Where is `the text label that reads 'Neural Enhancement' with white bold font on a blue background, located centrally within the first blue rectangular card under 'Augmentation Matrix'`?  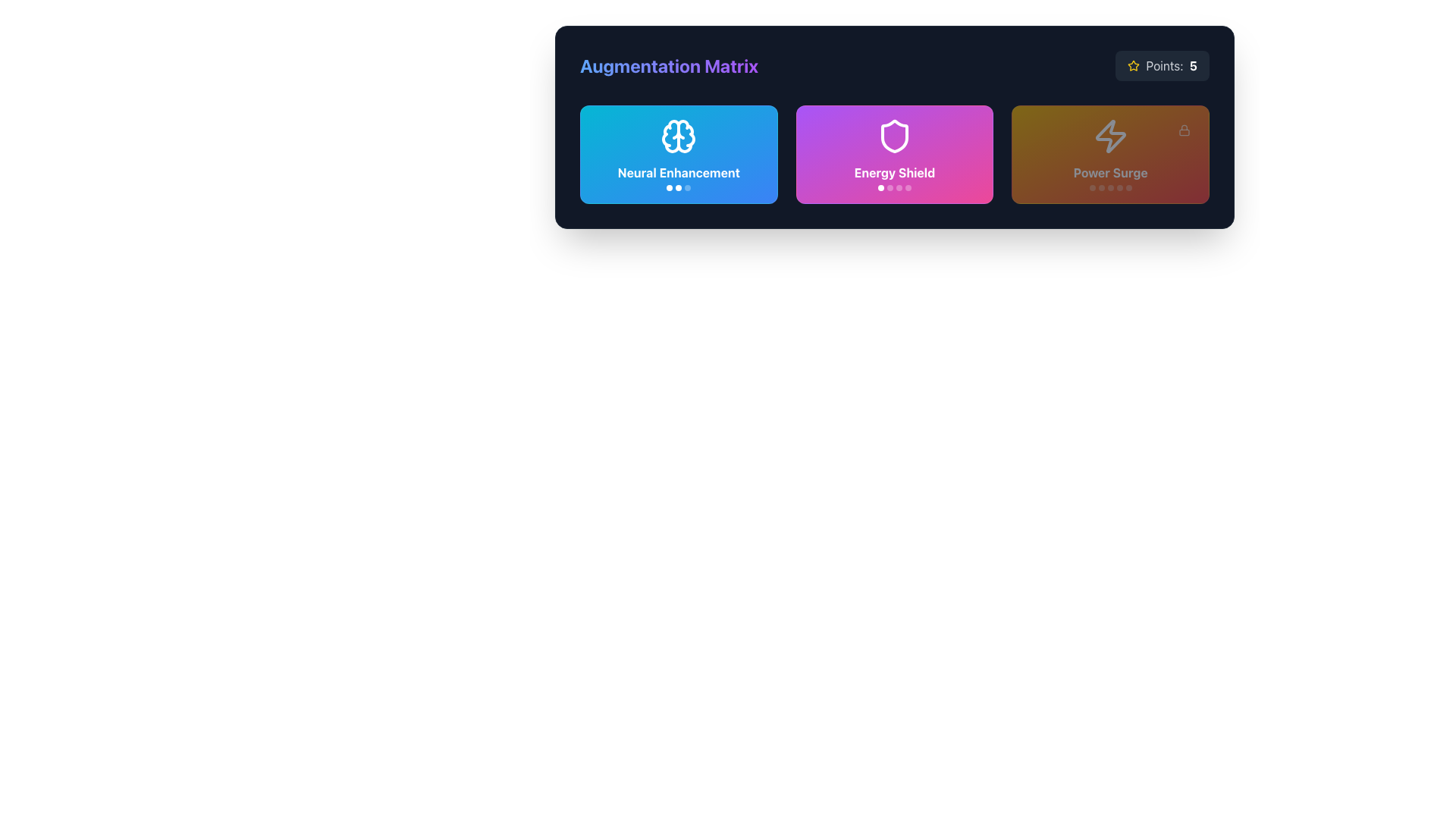
the text label that reads 'Neural Enhancement' with white bold font on a blue background, located centrally within the first blue rectangular card under 'Augmentation Matrix' is located at coordinates (678, 171).